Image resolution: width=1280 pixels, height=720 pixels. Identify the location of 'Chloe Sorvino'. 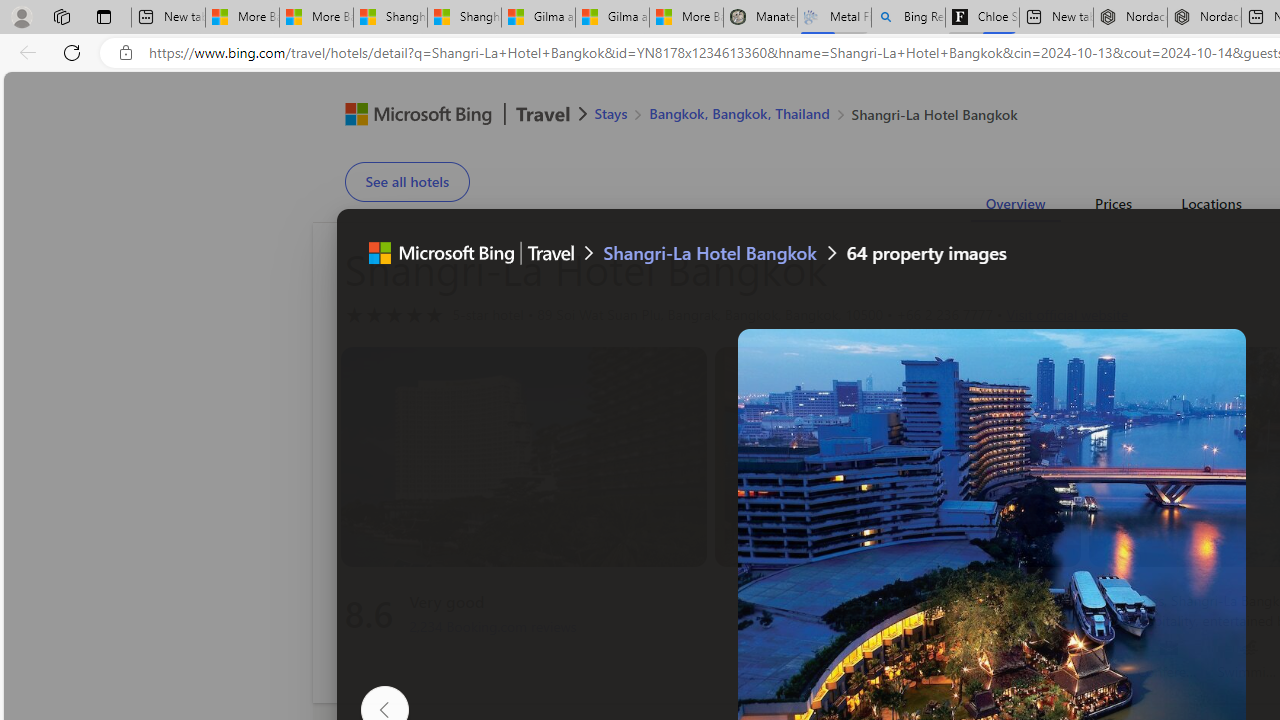
(982, 17).